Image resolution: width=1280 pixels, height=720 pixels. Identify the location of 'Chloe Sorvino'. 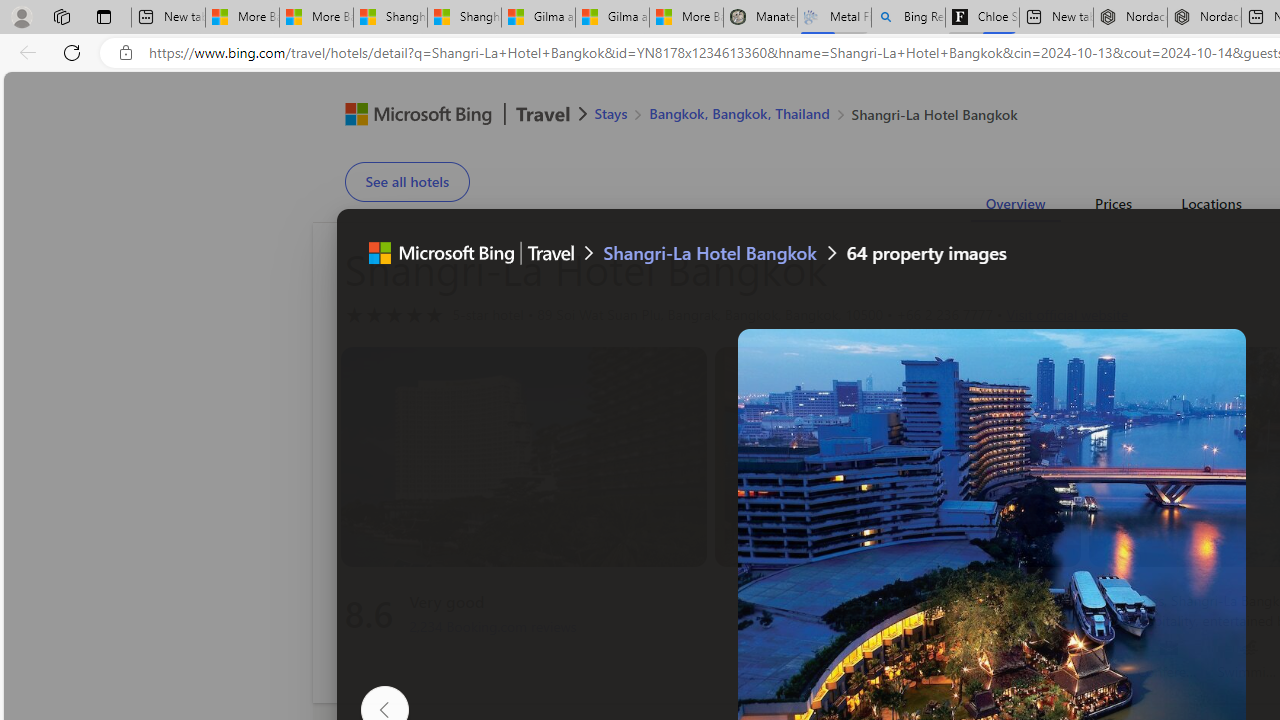
(982, 17).